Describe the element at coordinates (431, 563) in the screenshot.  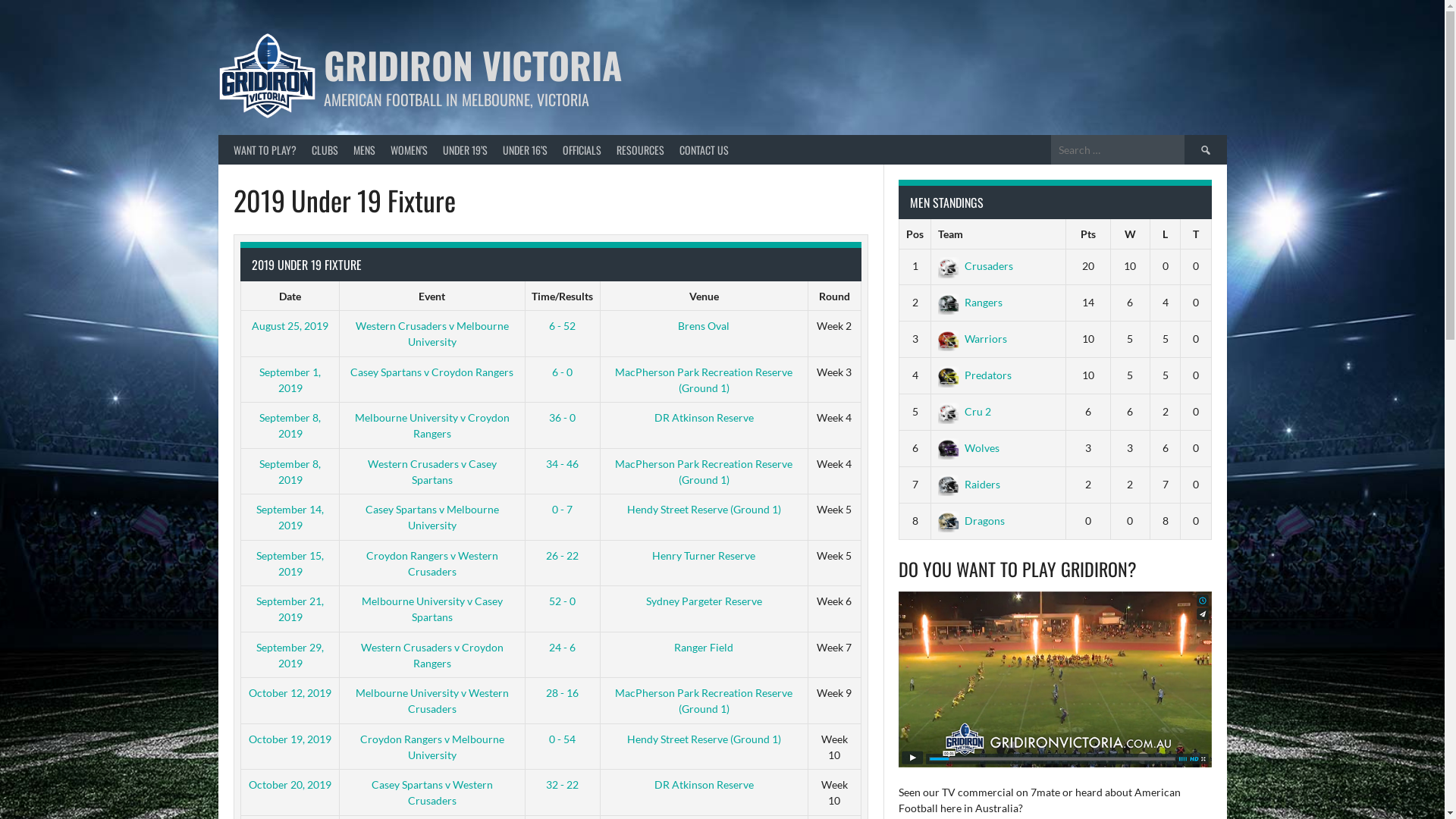
I see `'Croydon Rangers v Western Crusaders'` at that location.